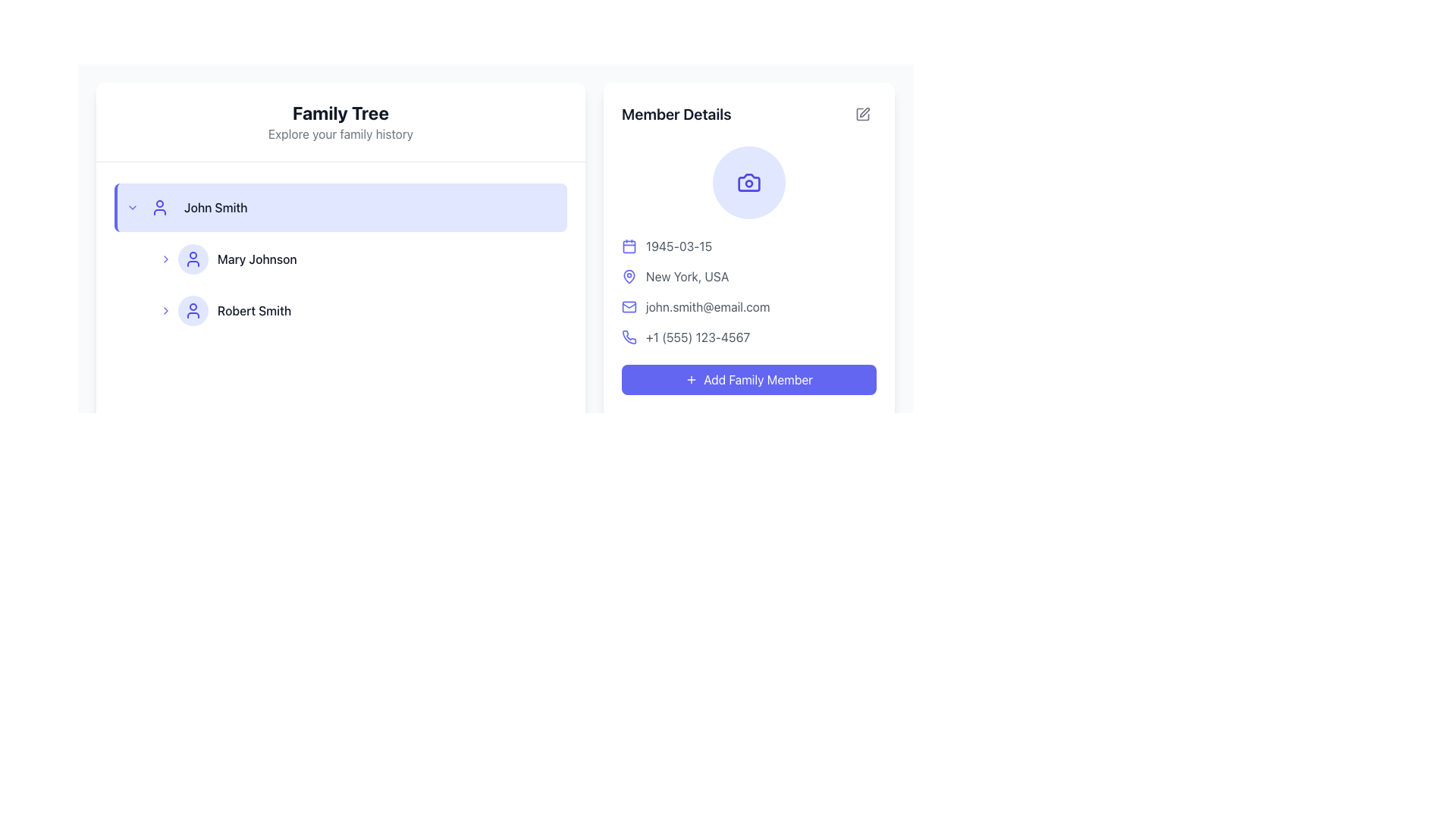 This screenshot has height=819, width=1456. I want to click on the circular button with a gray pencil icon in the top-right corner of the 'Member Details' card, so click(862, 113).